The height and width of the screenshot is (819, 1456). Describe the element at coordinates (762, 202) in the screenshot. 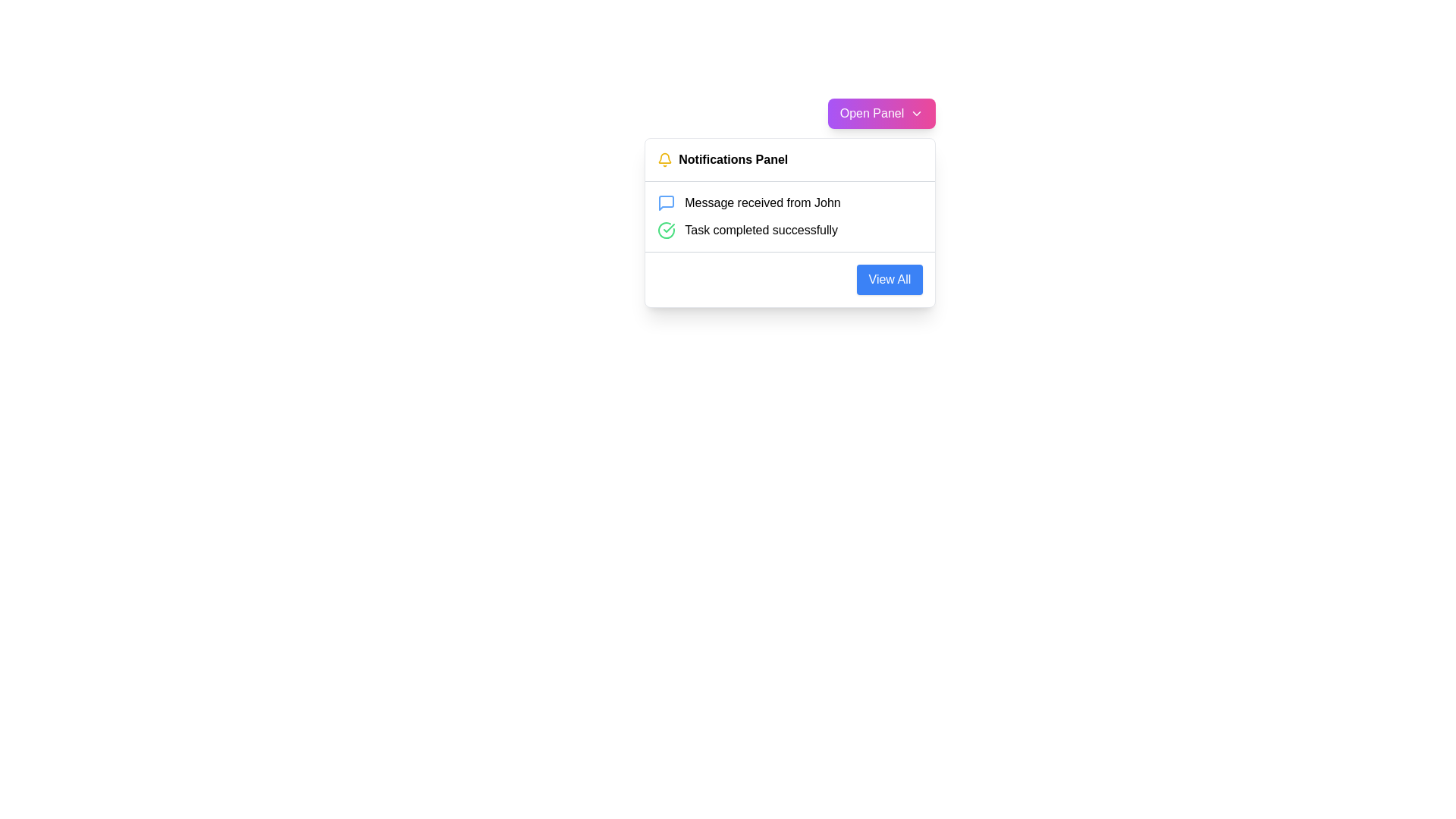

I see `the text element reading 'Message received from John'` at that location.